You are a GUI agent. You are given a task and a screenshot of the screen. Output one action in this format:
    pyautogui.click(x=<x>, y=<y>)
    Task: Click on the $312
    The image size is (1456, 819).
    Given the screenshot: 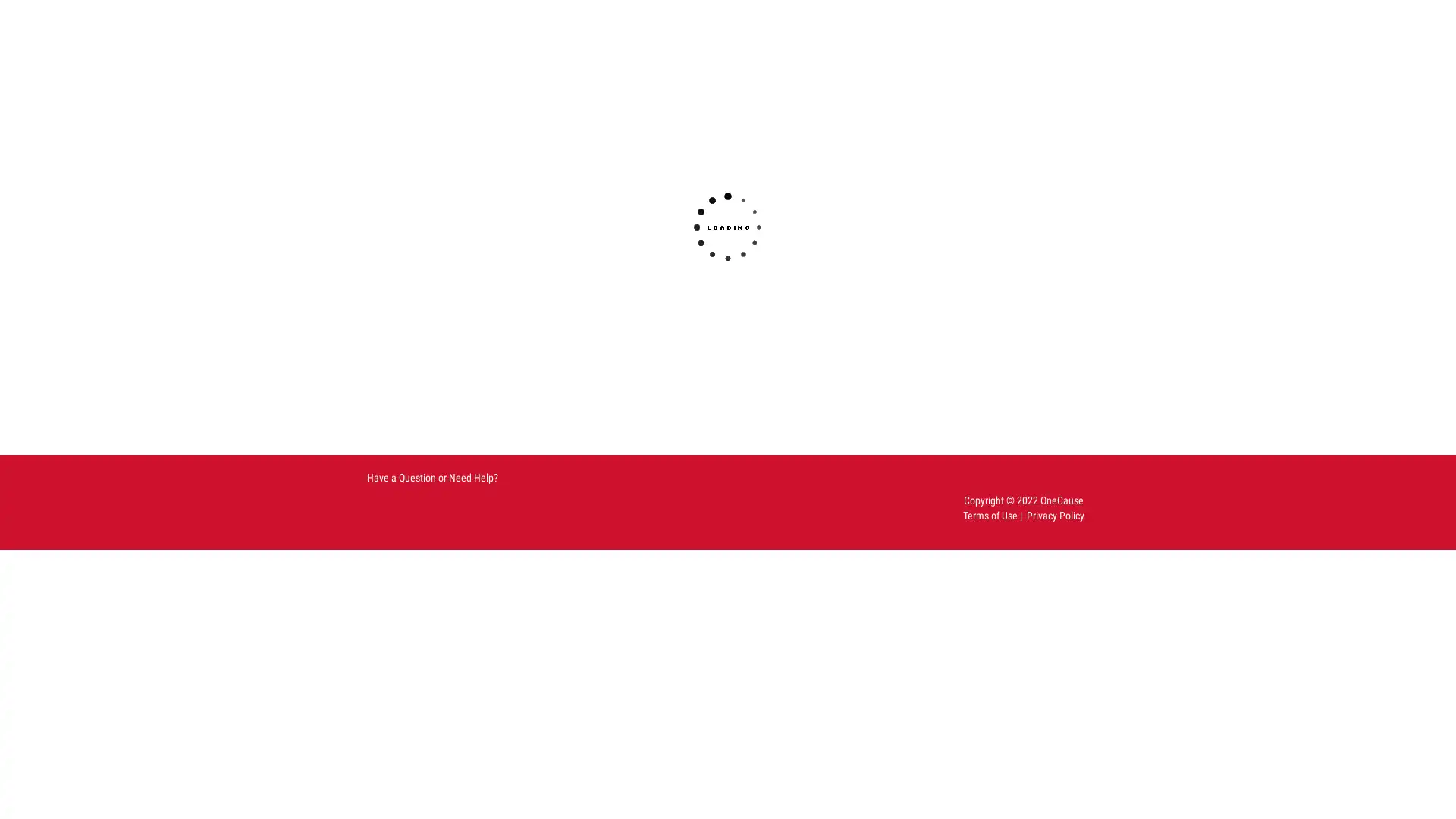 What is the action you would take?
    pyautogui.click(x=628, y=218)
    